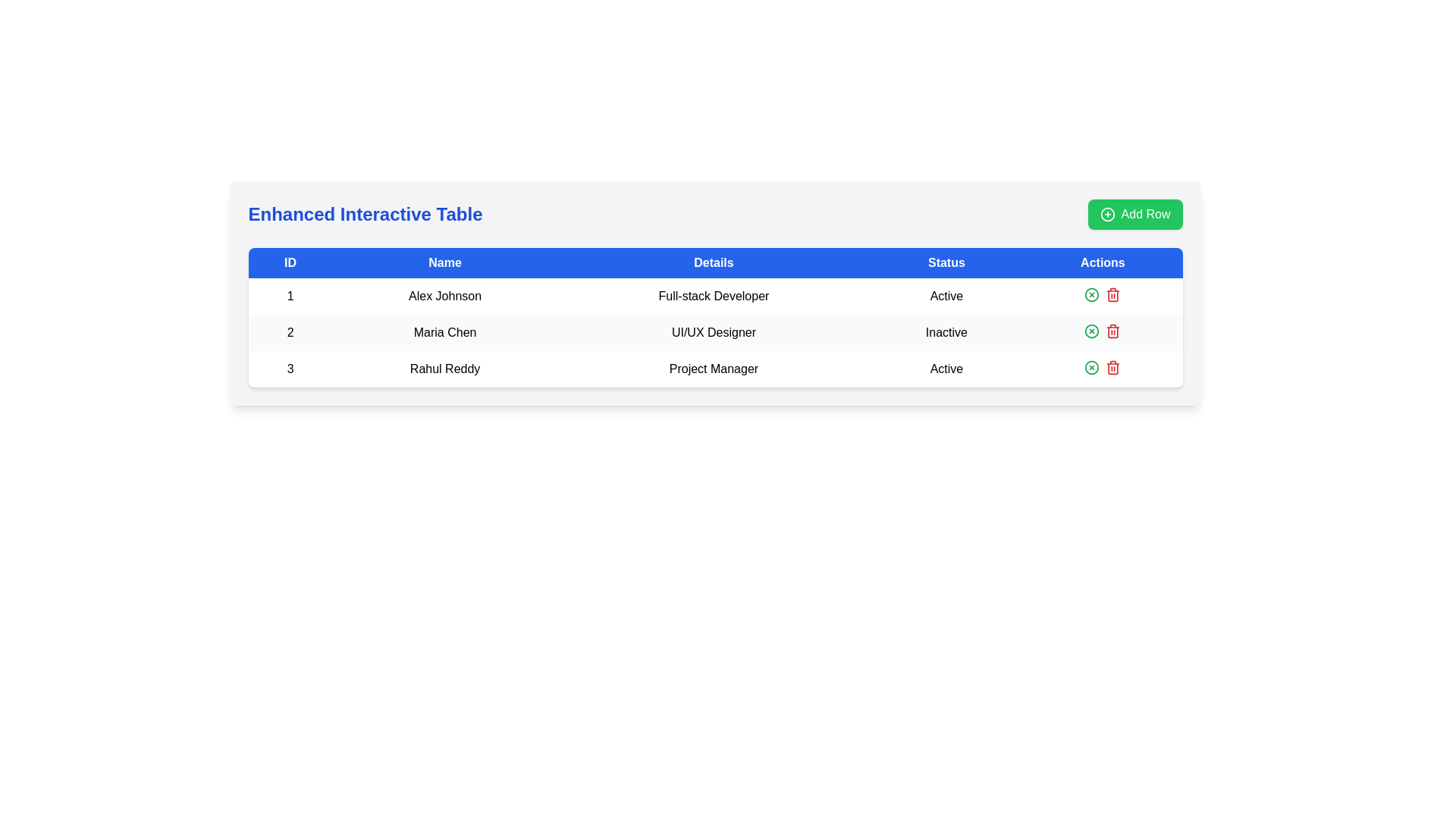 The width and height of the screenshot is (1456, 819). I want to click on the circular Icon button in the 'Actions' column of the second row of the 'Enhanced Interactive Table', so click(1092, 295).